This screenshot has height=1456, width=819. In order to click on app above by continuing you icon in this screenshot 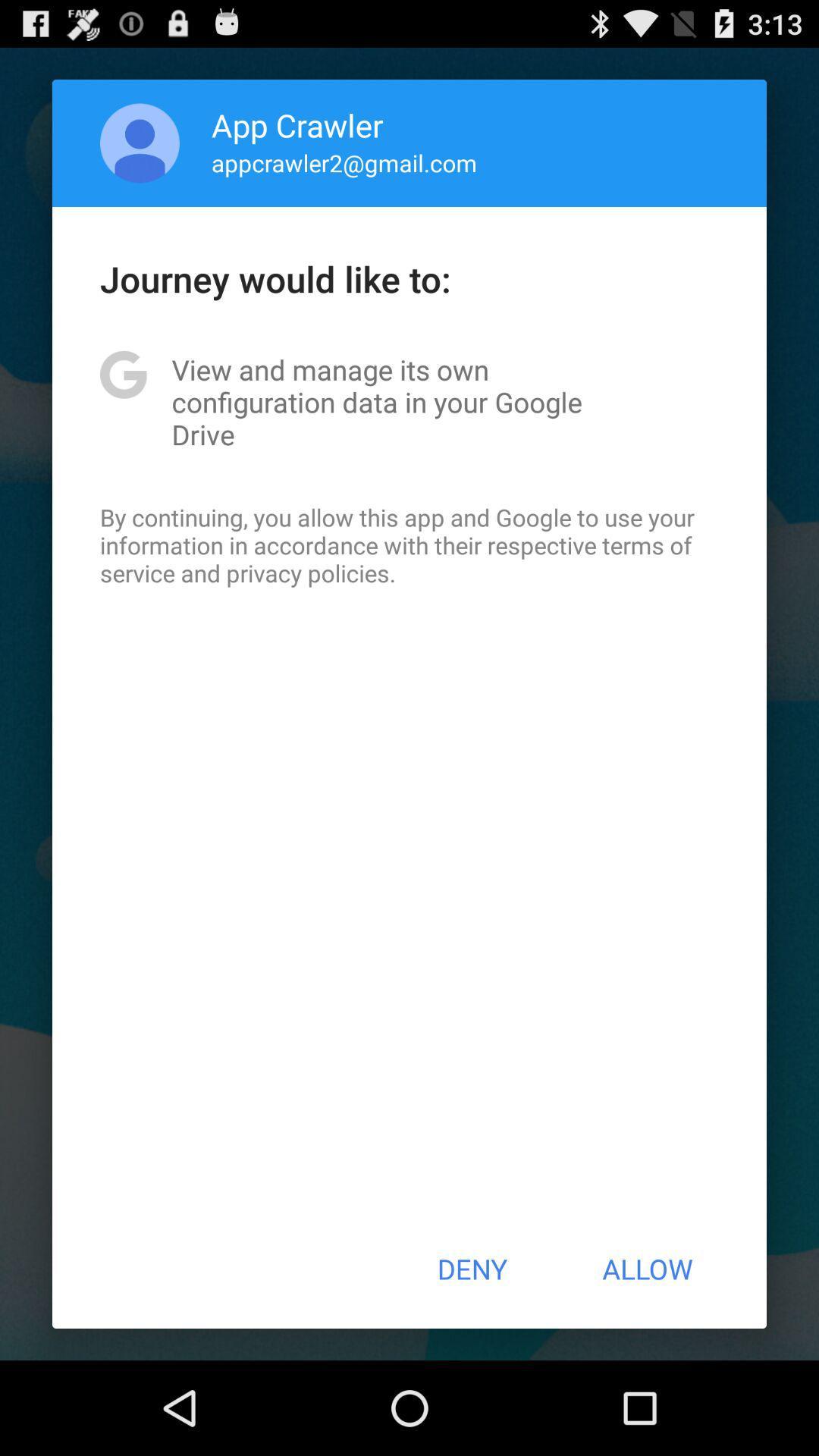, I will do `click(409, 402)`.